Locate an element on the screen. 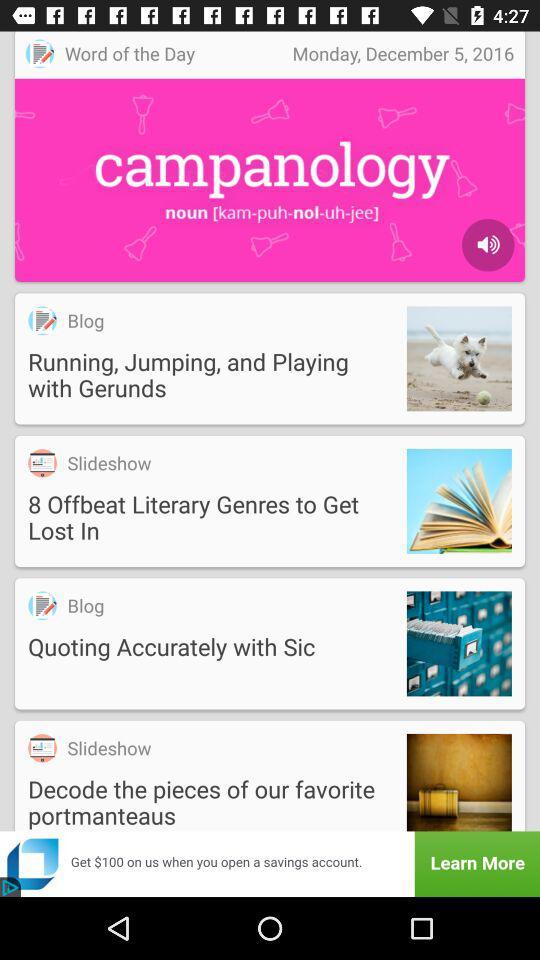 The height and width of the screenshot is (960, 540). volume is located at coordinates (487, 244).